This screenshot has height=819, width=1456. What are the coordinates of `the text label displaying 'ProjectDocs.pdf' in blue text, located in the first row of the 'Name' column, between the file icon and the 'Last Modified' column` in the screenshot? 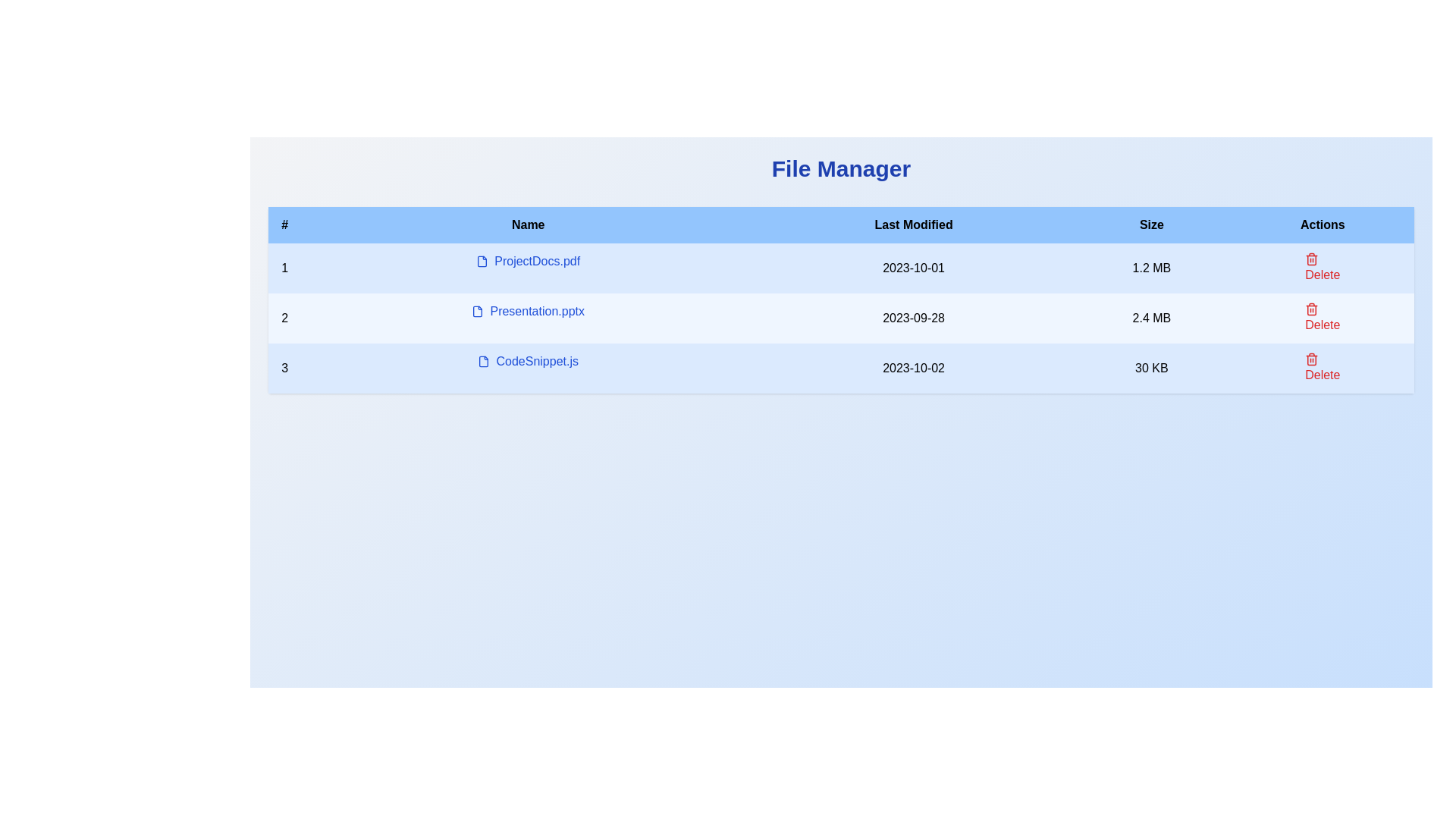 It's located at (528, 260).